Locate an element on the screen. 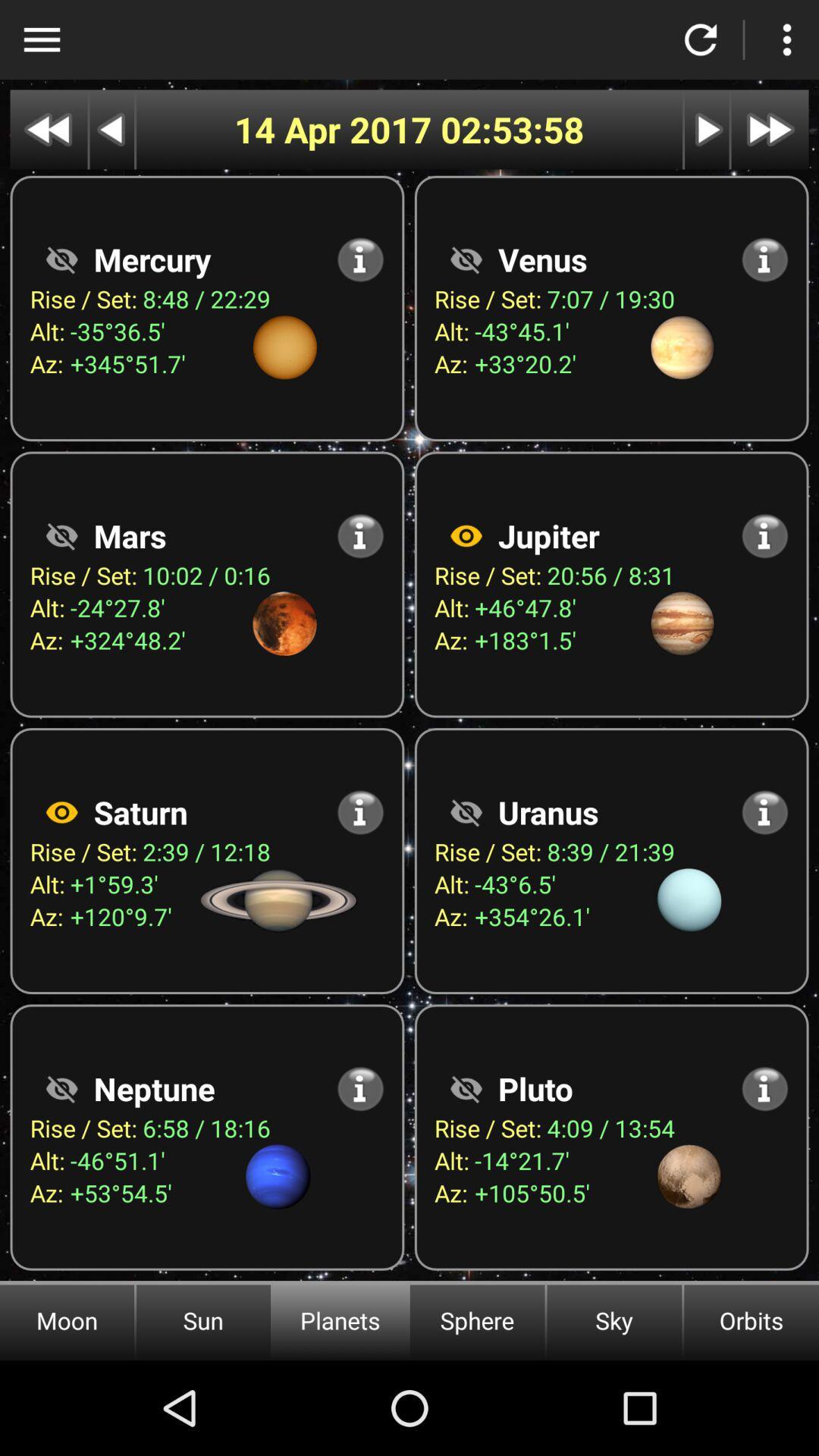 The height and width of the screenshot is (1456, 819). switch to open is located at coordinates (61, 1087).